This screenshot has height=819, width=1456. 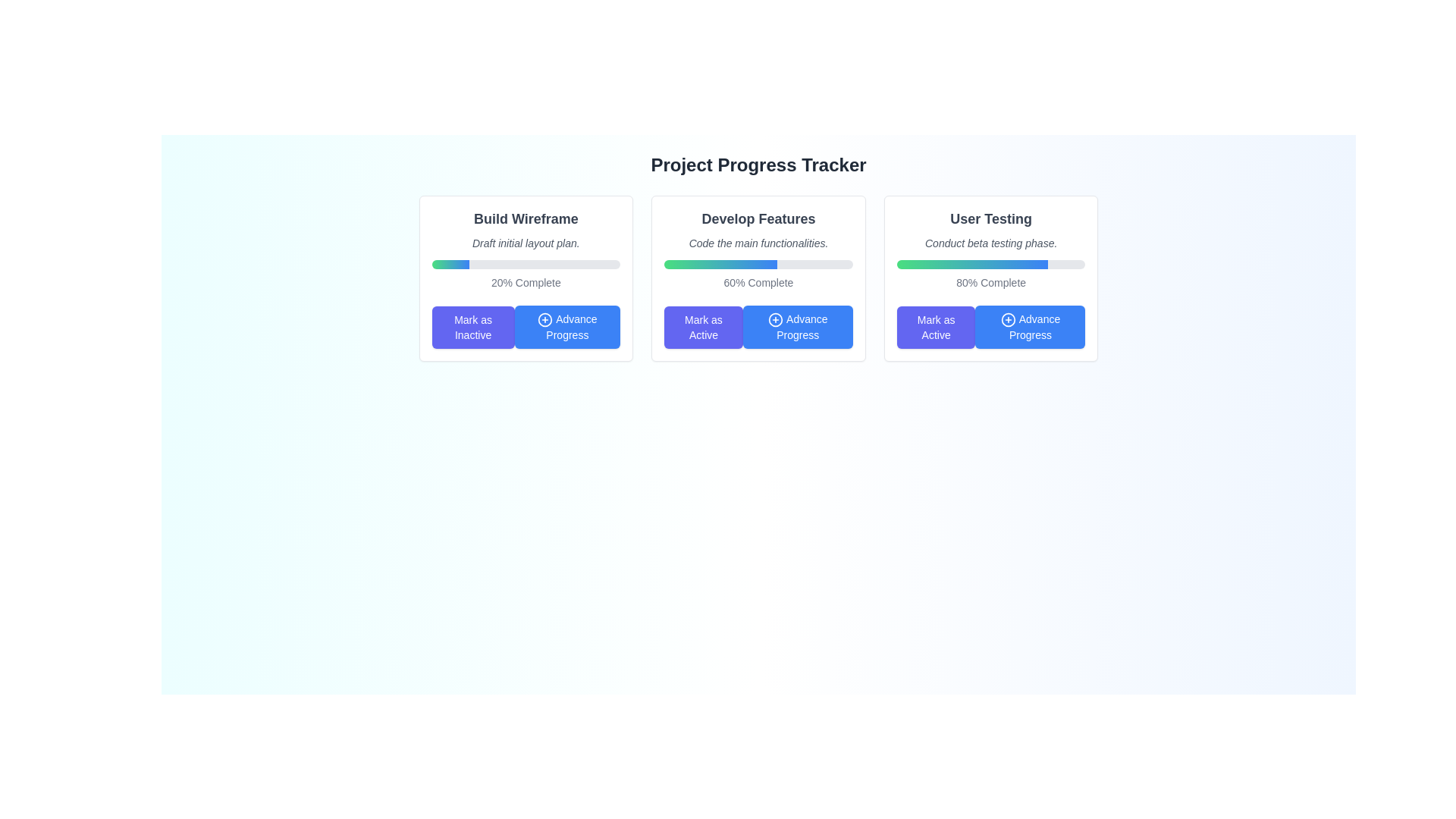 I want to click on the circular blue outlined icon that resembles a '+' symbol, located in the 'Develop Features' card of the 'Project Progress Tracker' section, next to the 'Advance Progress' button, so click(x=775, y=319).